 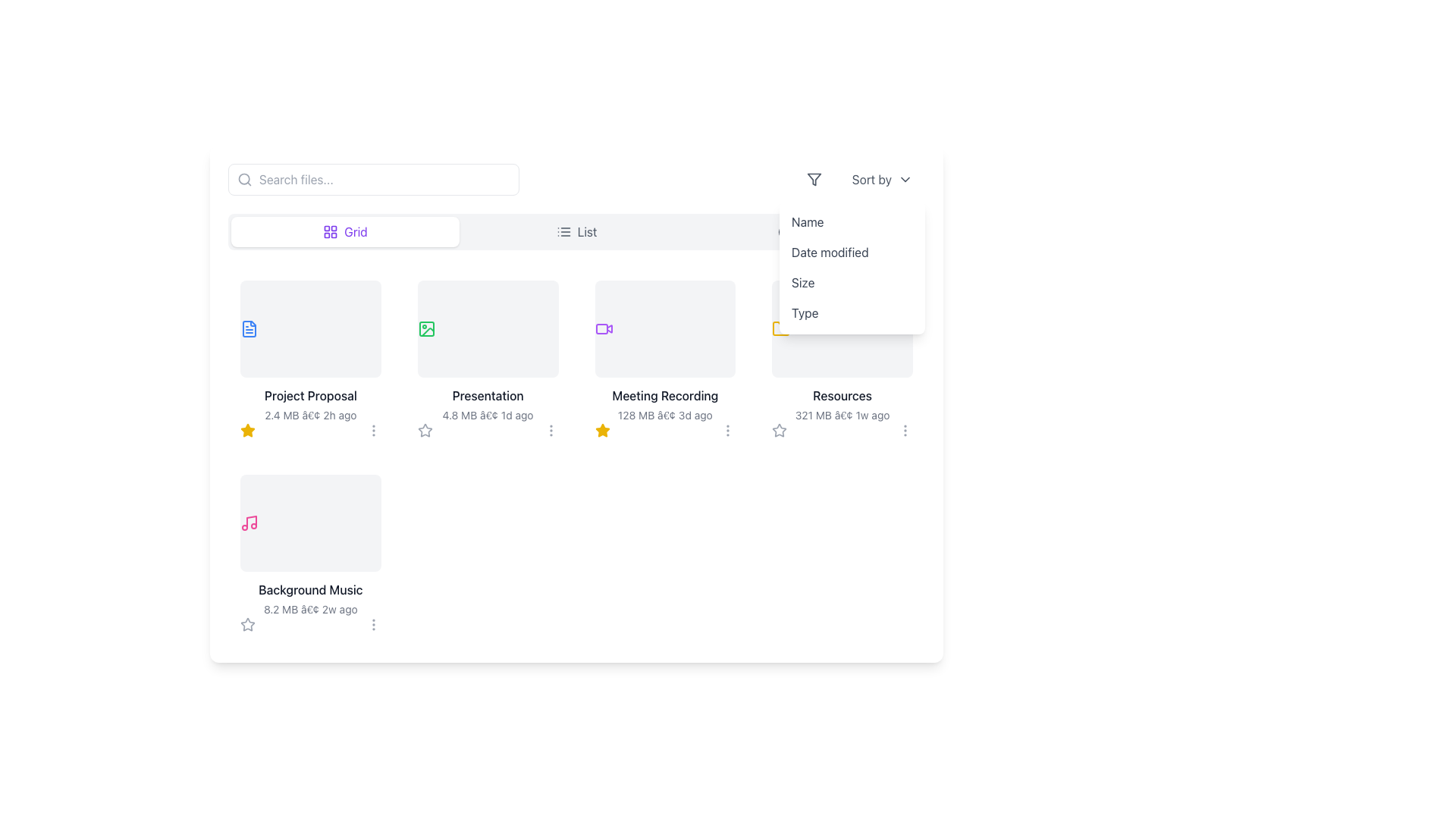 What do you see at coordinates (309, 598) in the screenshot?
I see `the label that provides the file's name and metadata, located in the fourth cell of a grid layout, directly below a musical theme icon` at bounding box center [309, 598].